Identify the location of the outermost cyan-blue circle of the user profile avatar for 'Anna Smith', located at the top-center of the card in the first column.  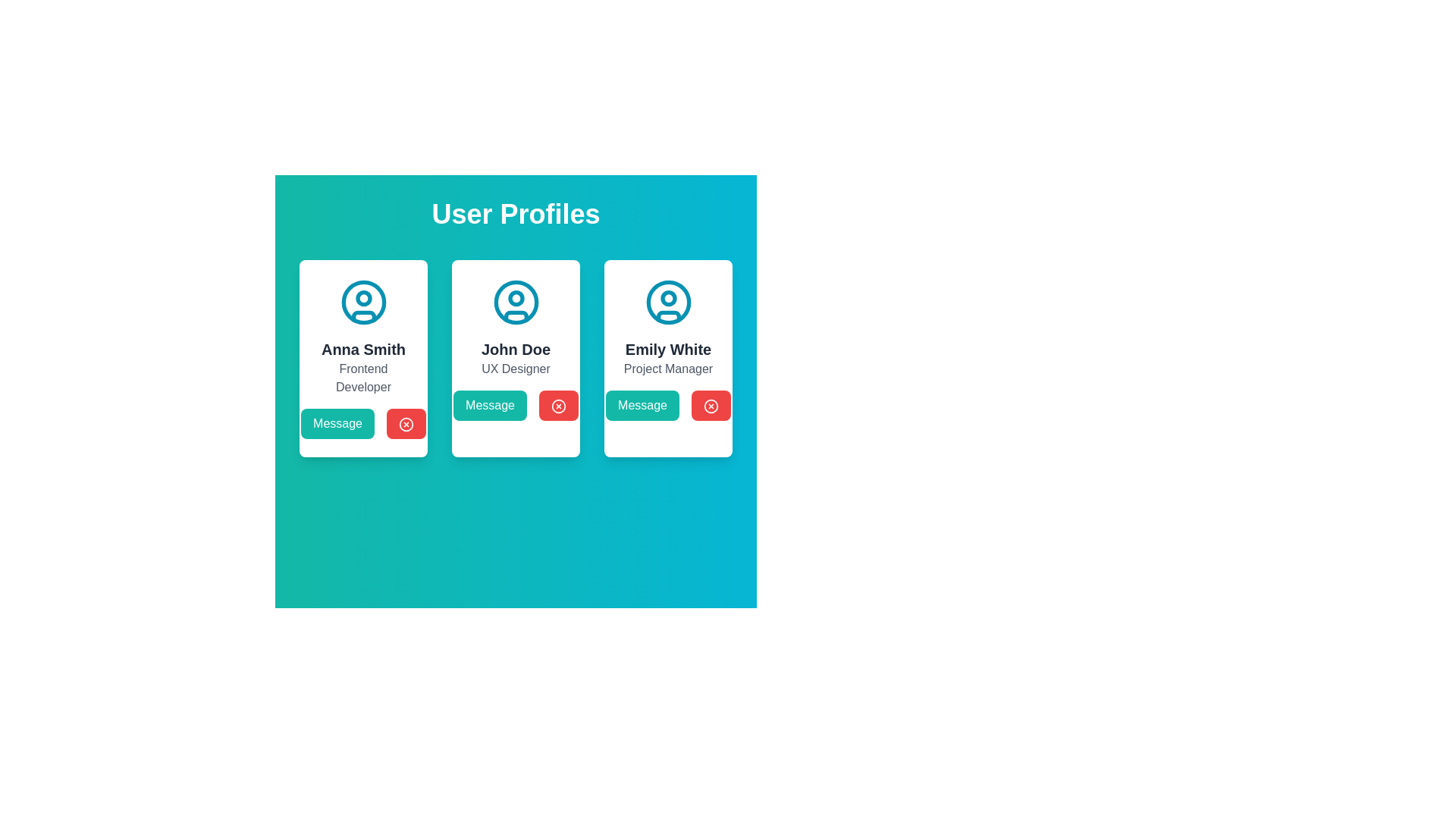
(362, 302).